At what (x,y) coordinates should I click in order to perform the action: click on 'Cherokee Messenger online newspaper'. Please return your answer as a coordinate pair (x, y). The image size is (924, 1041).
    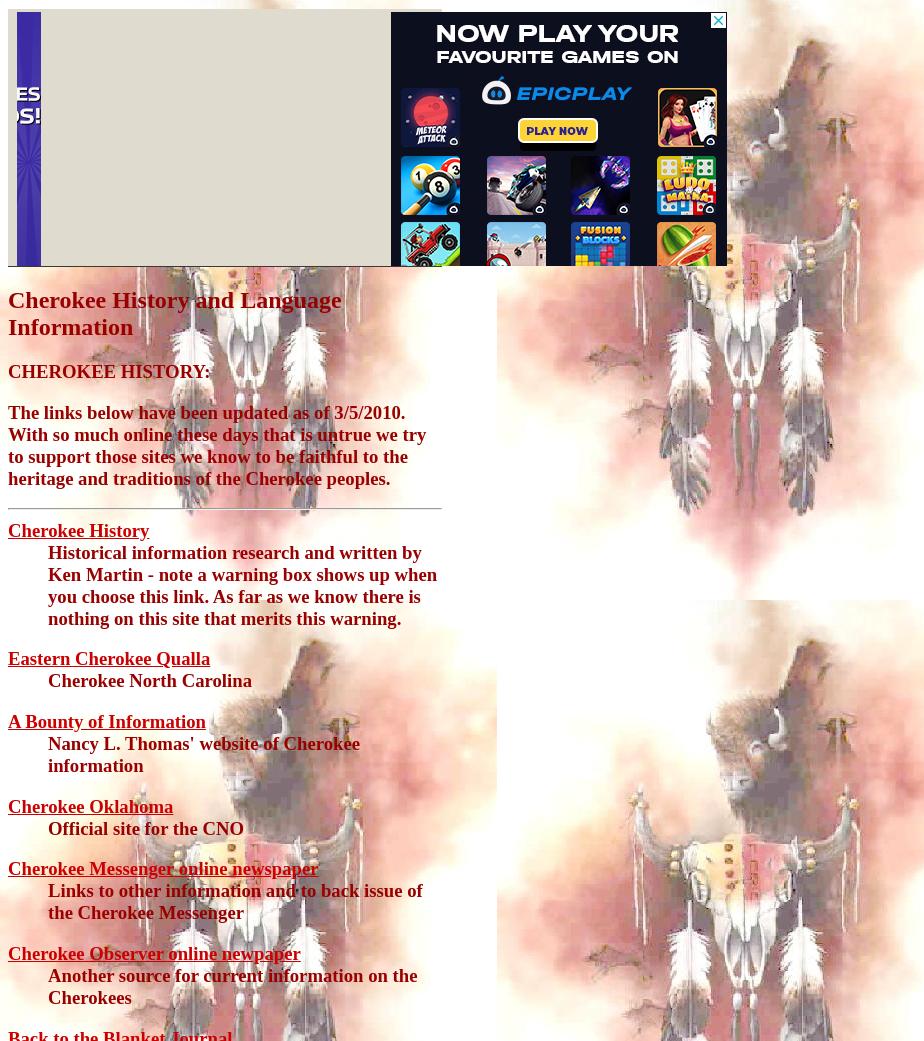
    Looking at the image, I should click on (162, 867).